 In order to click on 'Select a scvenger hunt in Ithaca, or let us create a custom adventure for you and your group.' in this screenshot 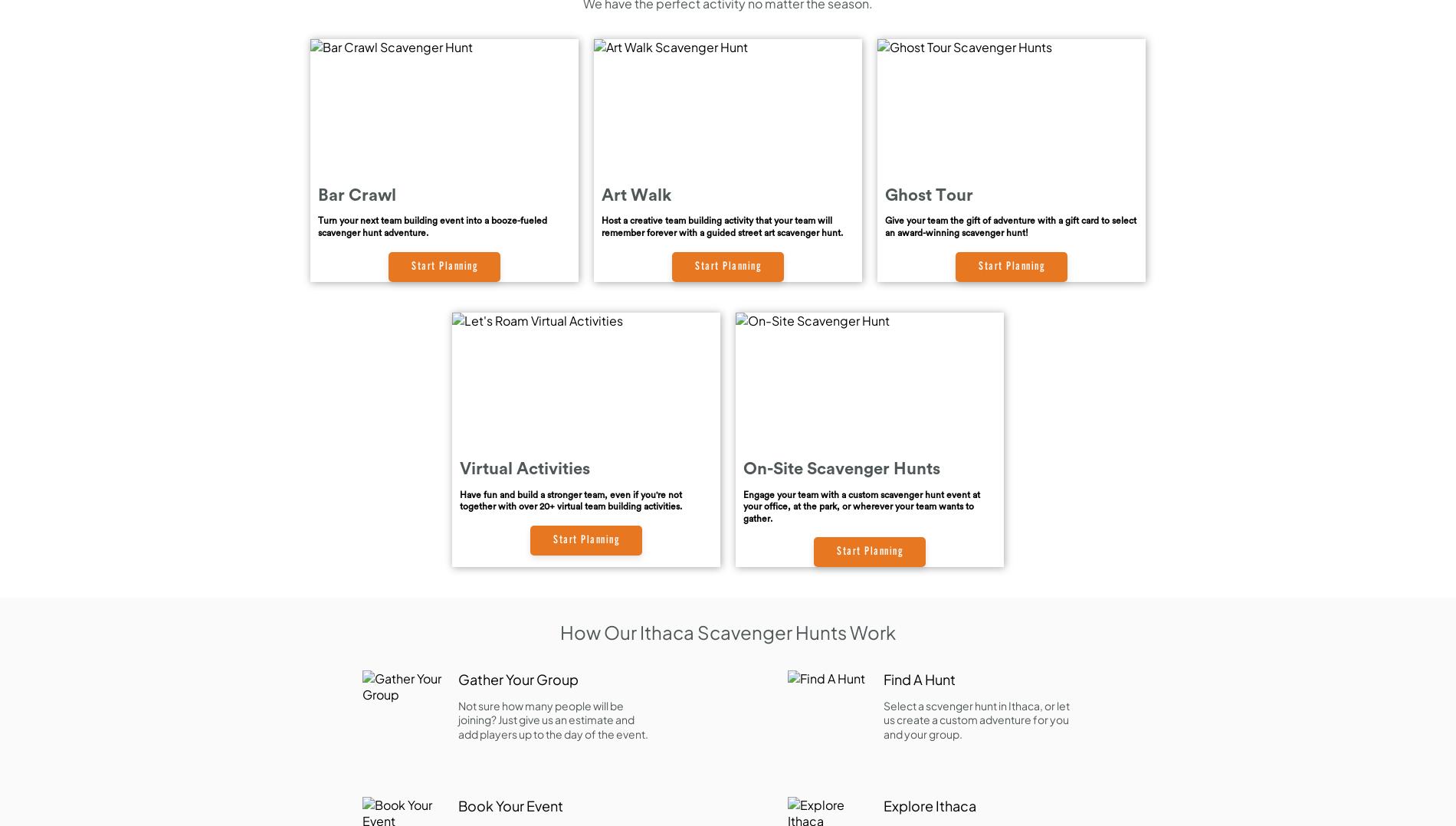, I will do `click(975, 719)`.